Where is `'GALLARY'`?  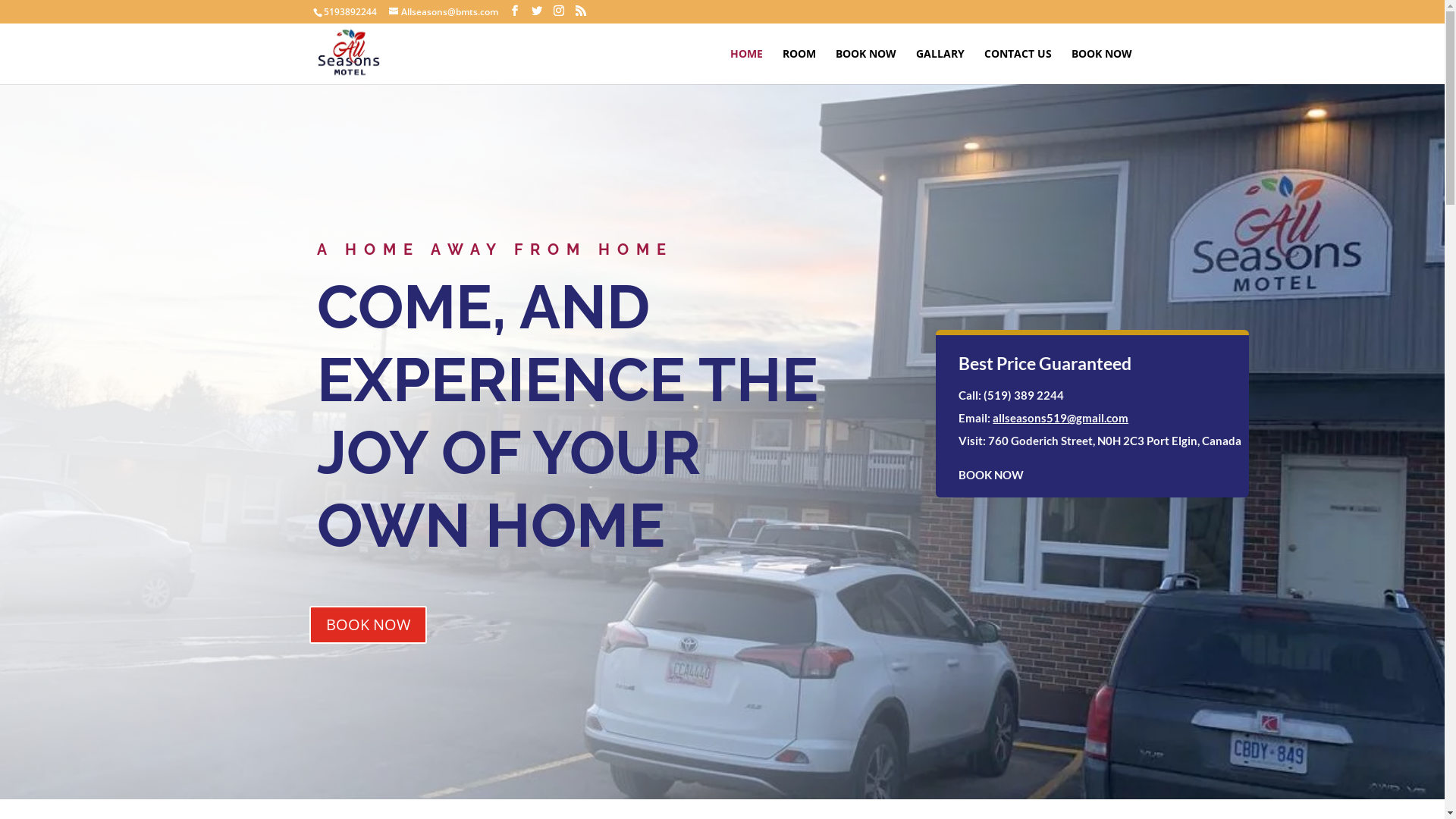
'GALLARY' is located at coordinates (939, 65).